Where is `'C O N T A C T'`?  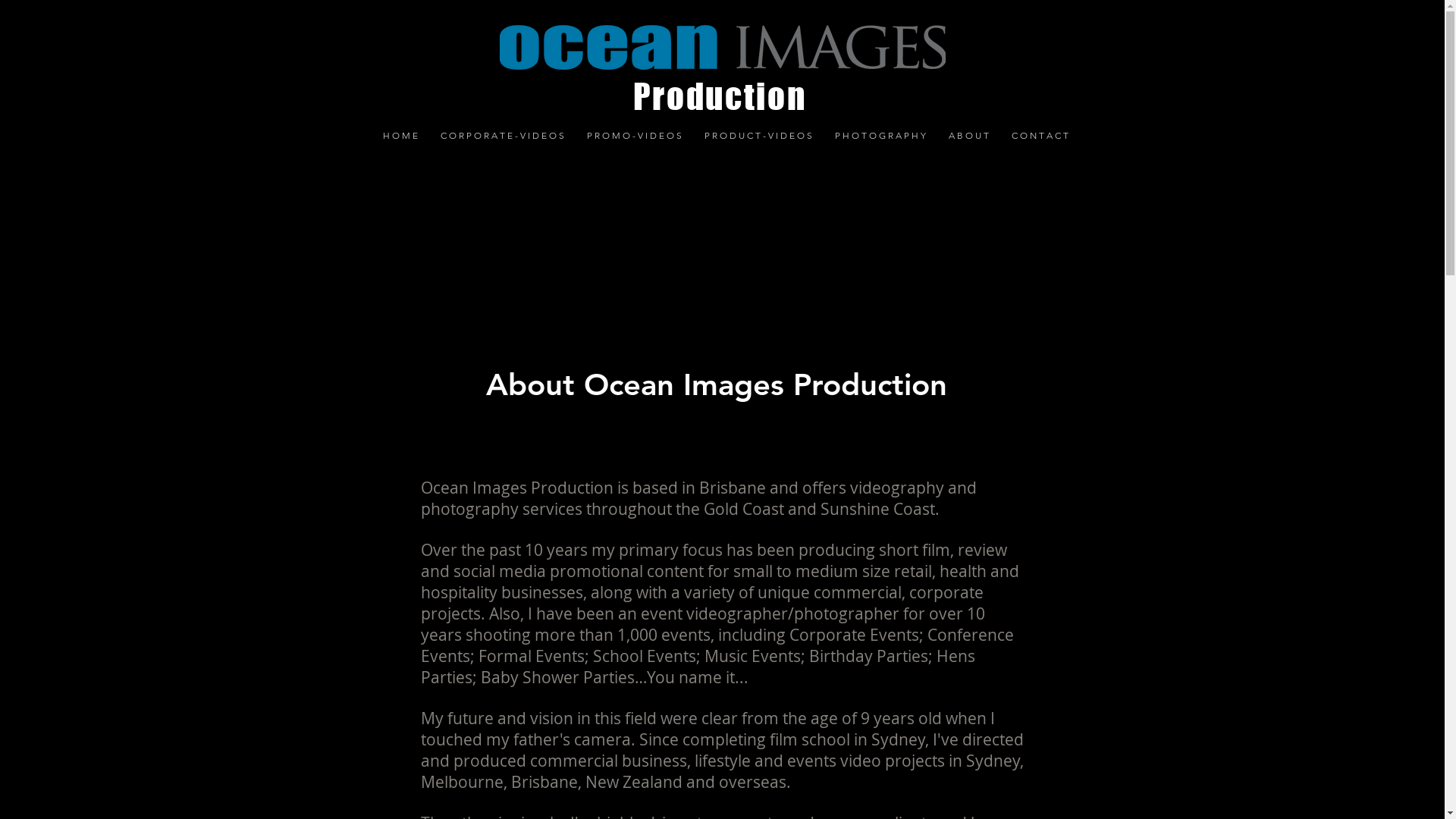 'C O N T A C T' is located at coordinates (999, 134).